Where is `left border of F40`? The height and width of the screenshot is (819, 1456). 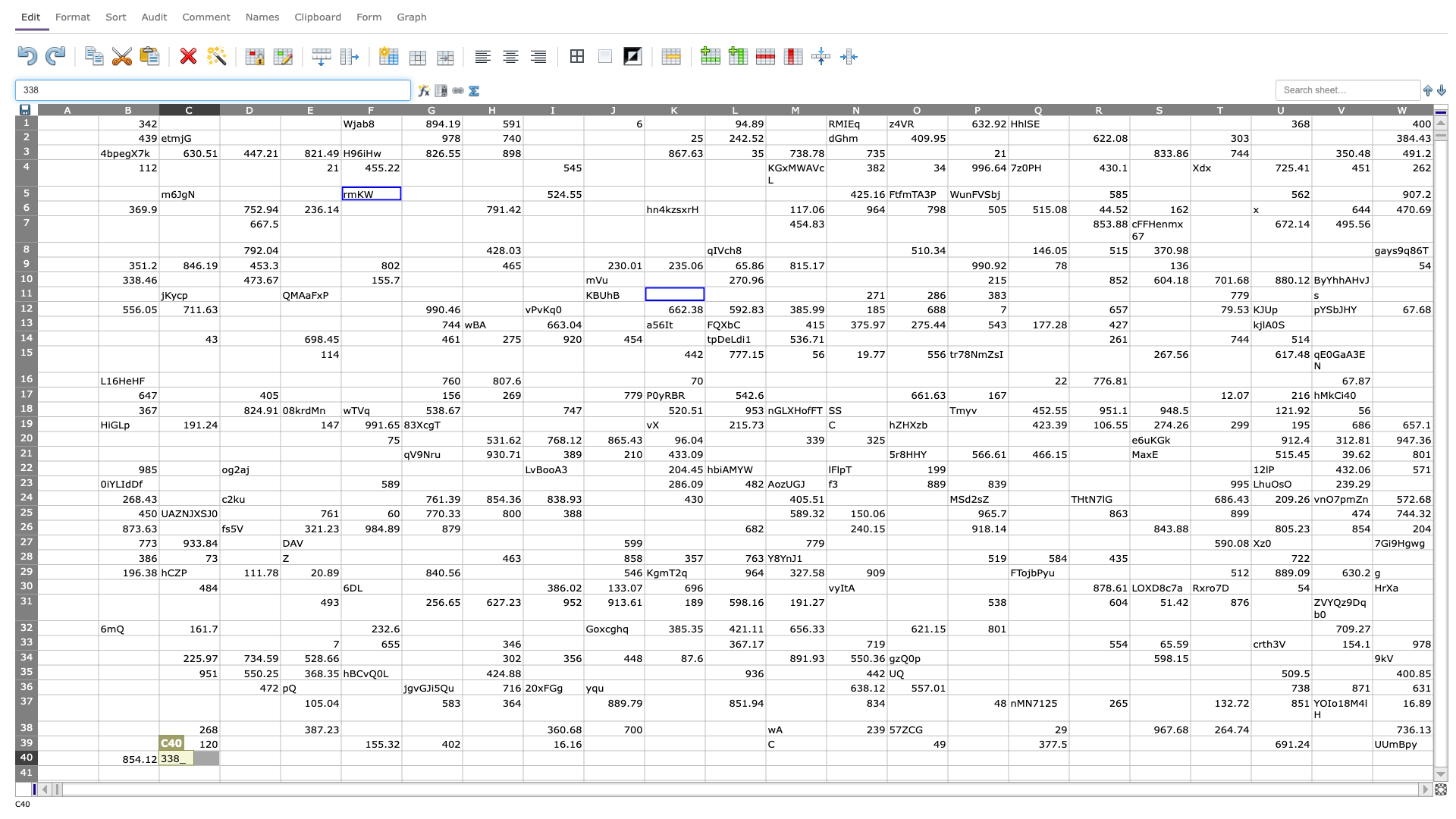
left border of F40 is located at coordinates (340, 758).